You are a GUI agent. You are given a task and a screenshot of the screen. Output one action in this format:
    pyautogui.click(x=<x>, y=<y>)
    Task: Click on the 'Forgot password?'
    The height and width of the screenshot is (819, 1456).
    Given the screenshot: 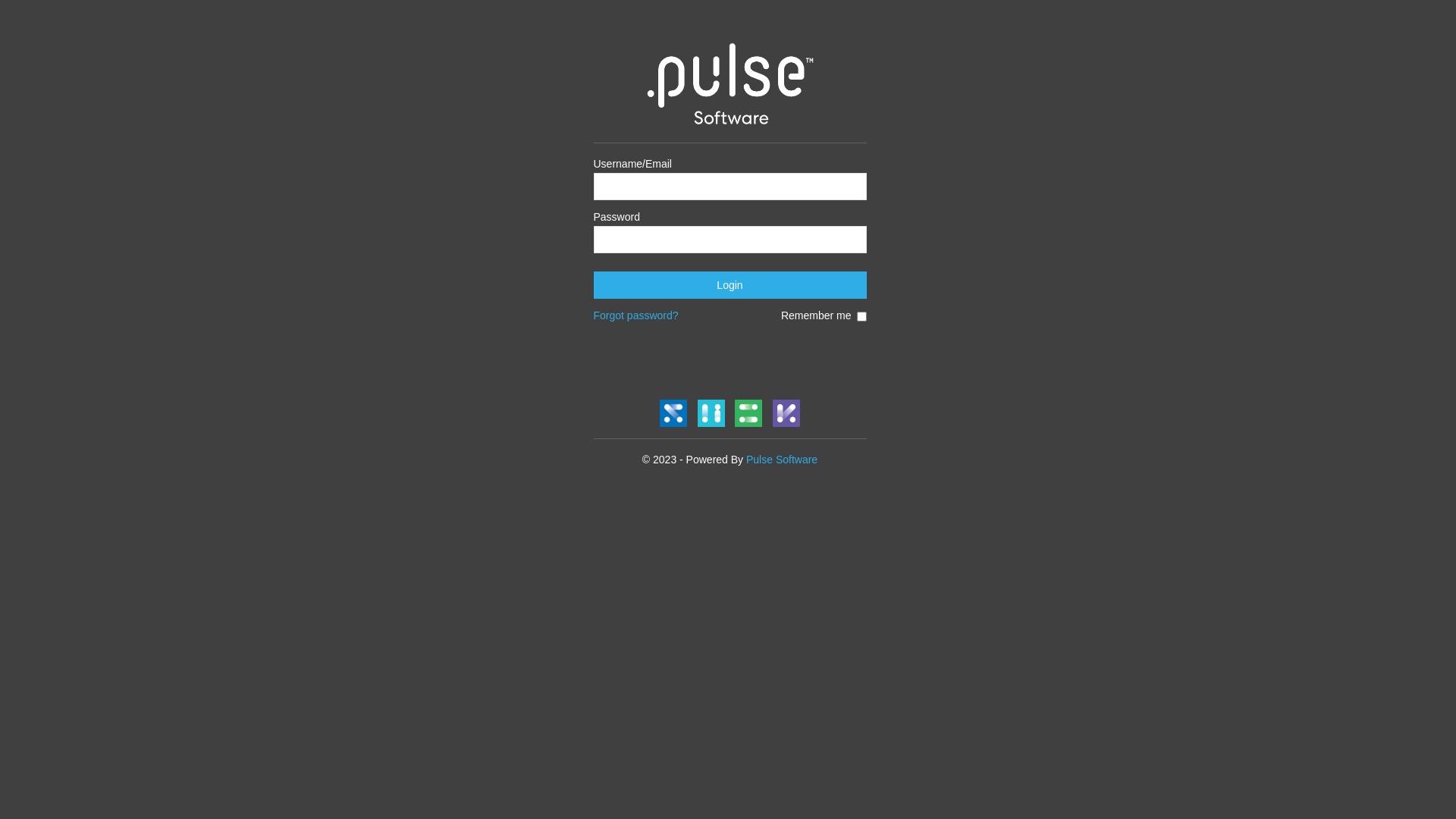 What is the action you would take?
    pyautogui.click(x=635, y=315)
    